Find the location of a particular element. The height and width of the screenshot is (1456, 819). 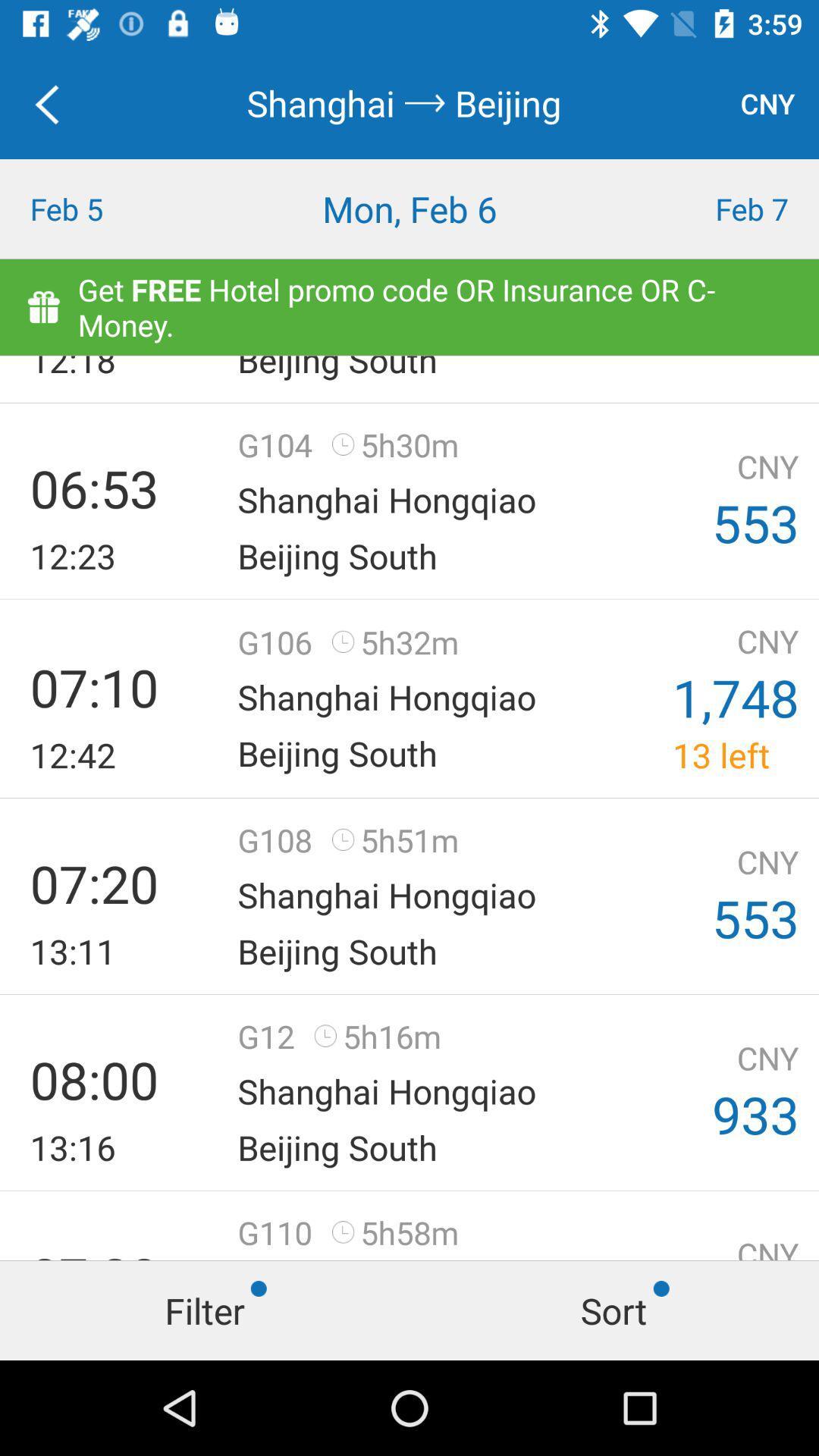

icon next to the feb 7 icon is located at coordinates (409, 208).